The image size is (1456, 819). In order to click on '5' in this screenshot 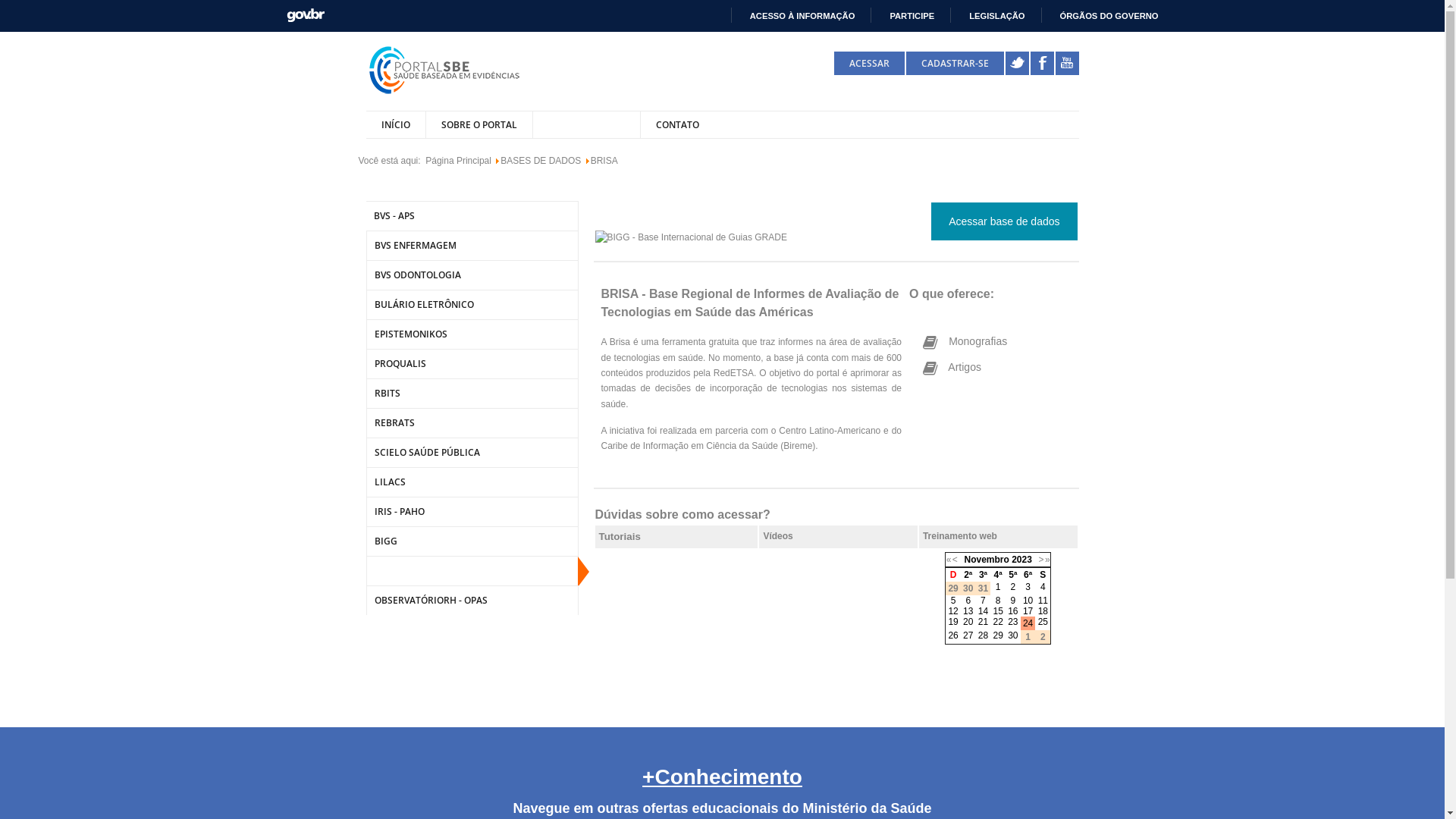, I will do `click(952, 599)`.